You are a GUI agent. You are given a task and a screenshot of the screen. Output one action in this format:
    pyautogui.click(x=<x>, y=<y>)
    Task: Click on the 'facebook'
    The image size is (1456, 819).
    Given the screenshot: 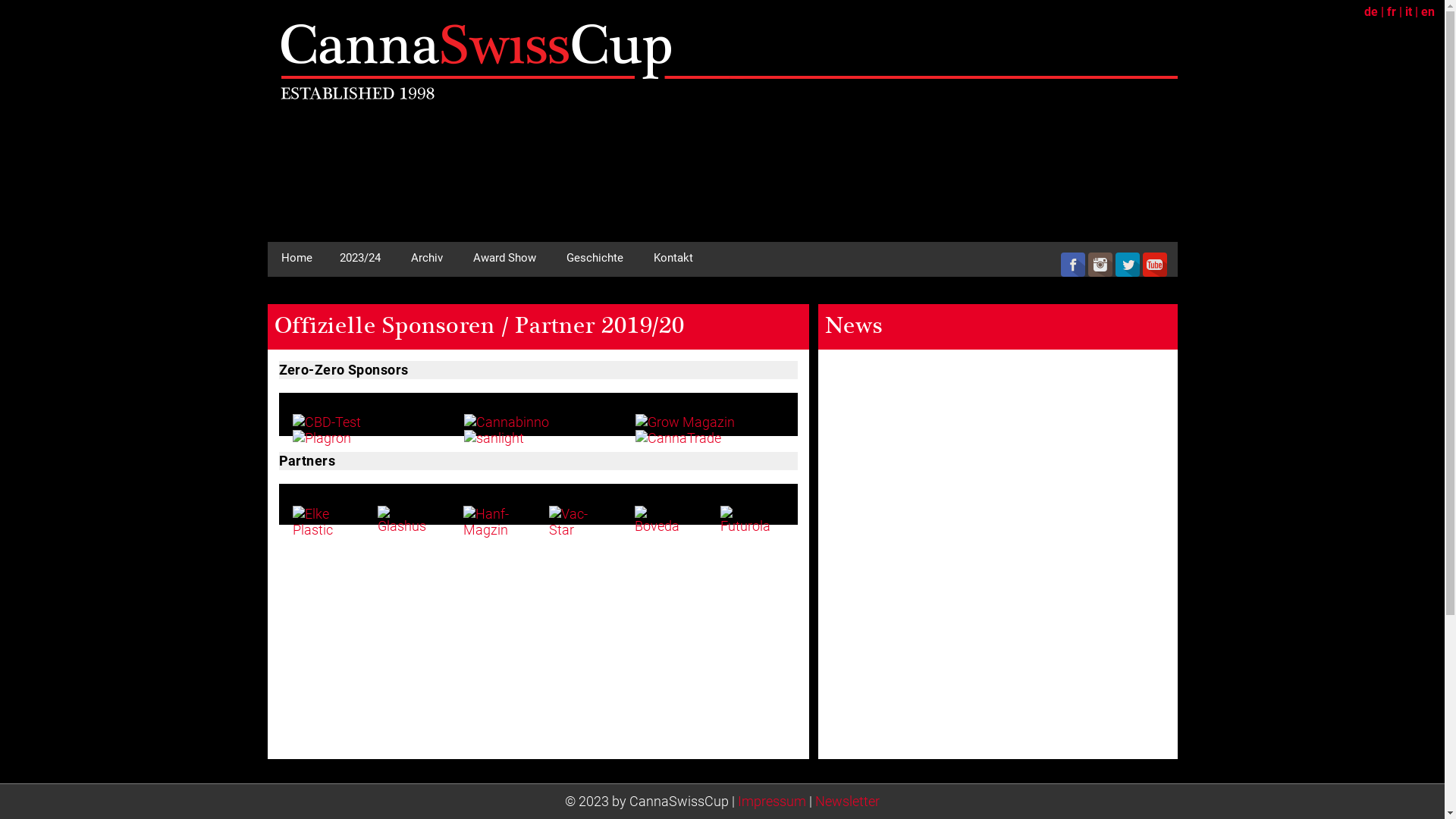 What is the action you would take?
    pyautogui.click(x=1059, y=263)
    